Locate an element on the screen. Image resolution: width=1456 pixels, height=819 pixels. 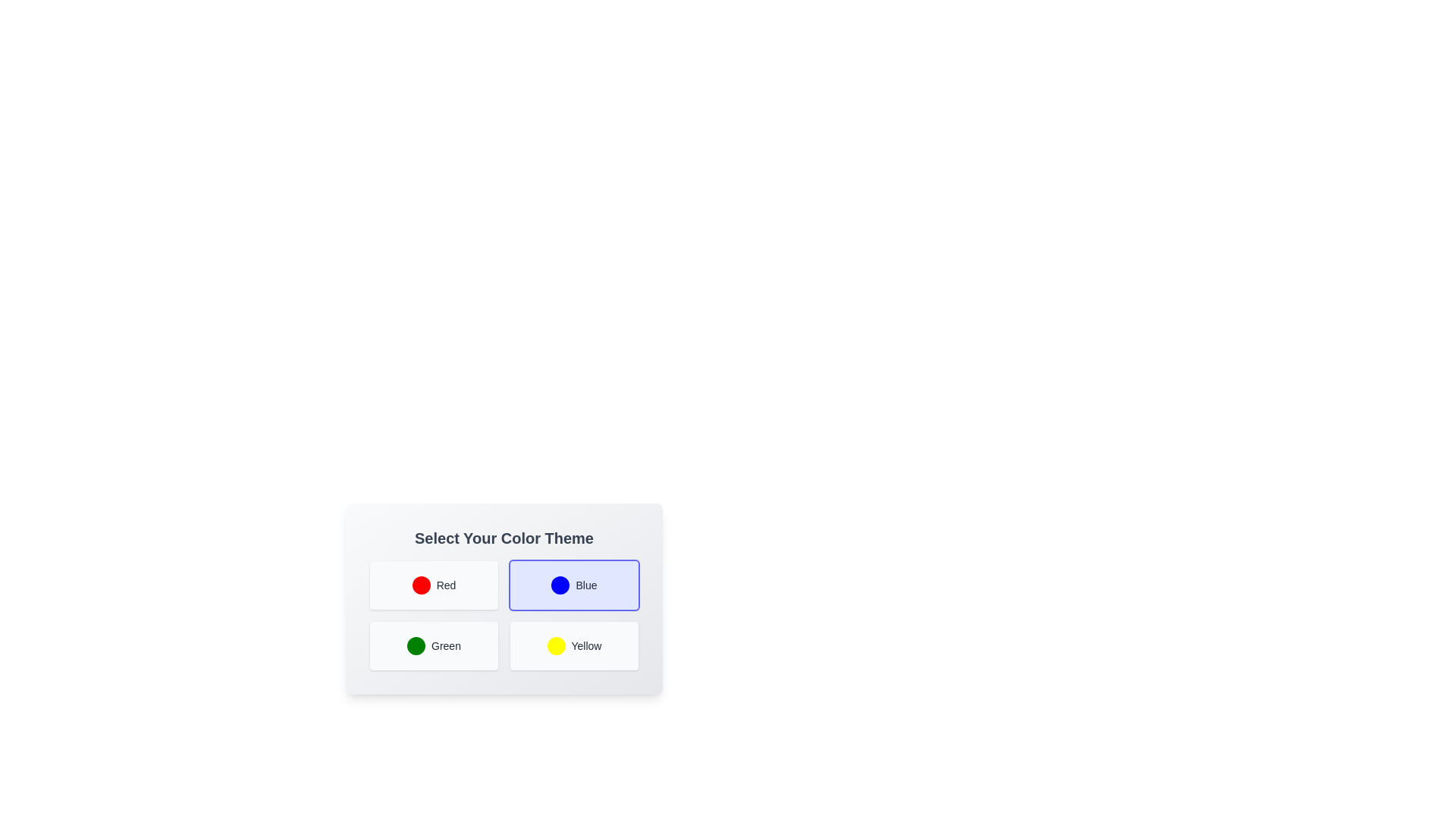
the button corresponding to the theme Yellow to select it is located at coordinates (573, 646).